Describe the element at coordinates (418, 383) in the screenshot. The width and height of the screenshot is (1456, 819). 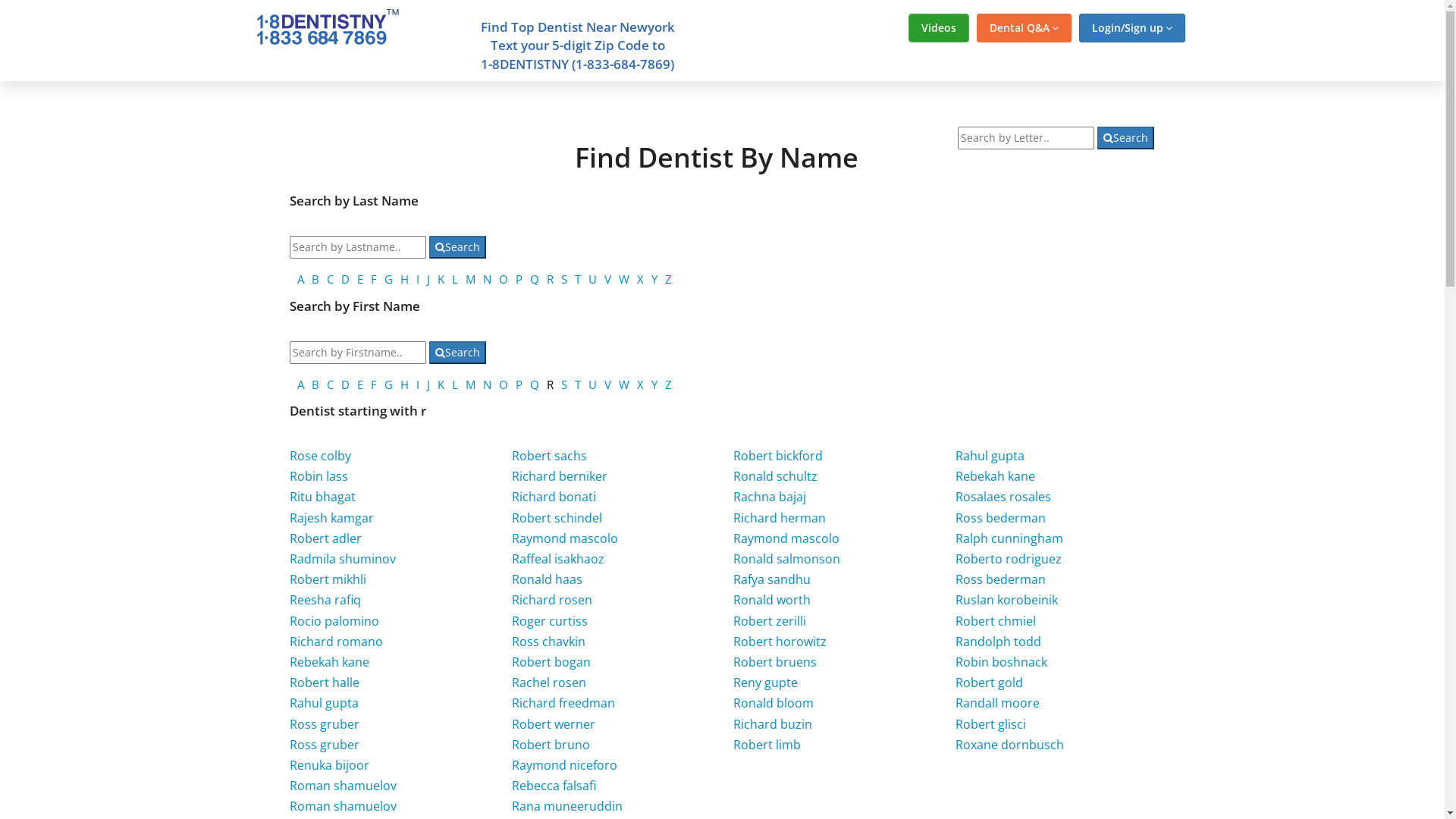
I see `'I'` at that location.